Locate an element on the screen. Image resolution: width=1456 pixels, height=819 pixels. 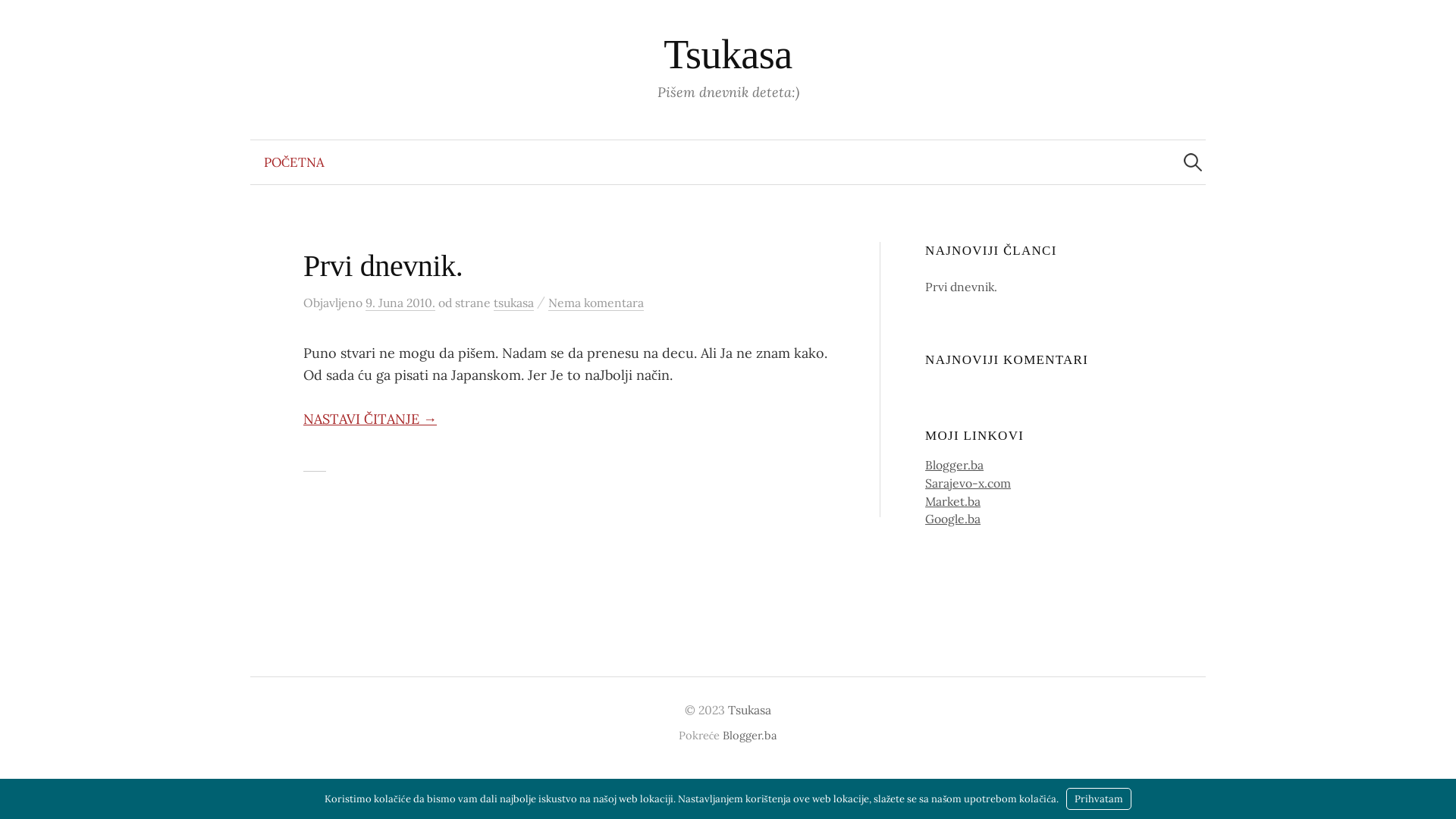
'Nema komentara is located at coordinates (595, 303).